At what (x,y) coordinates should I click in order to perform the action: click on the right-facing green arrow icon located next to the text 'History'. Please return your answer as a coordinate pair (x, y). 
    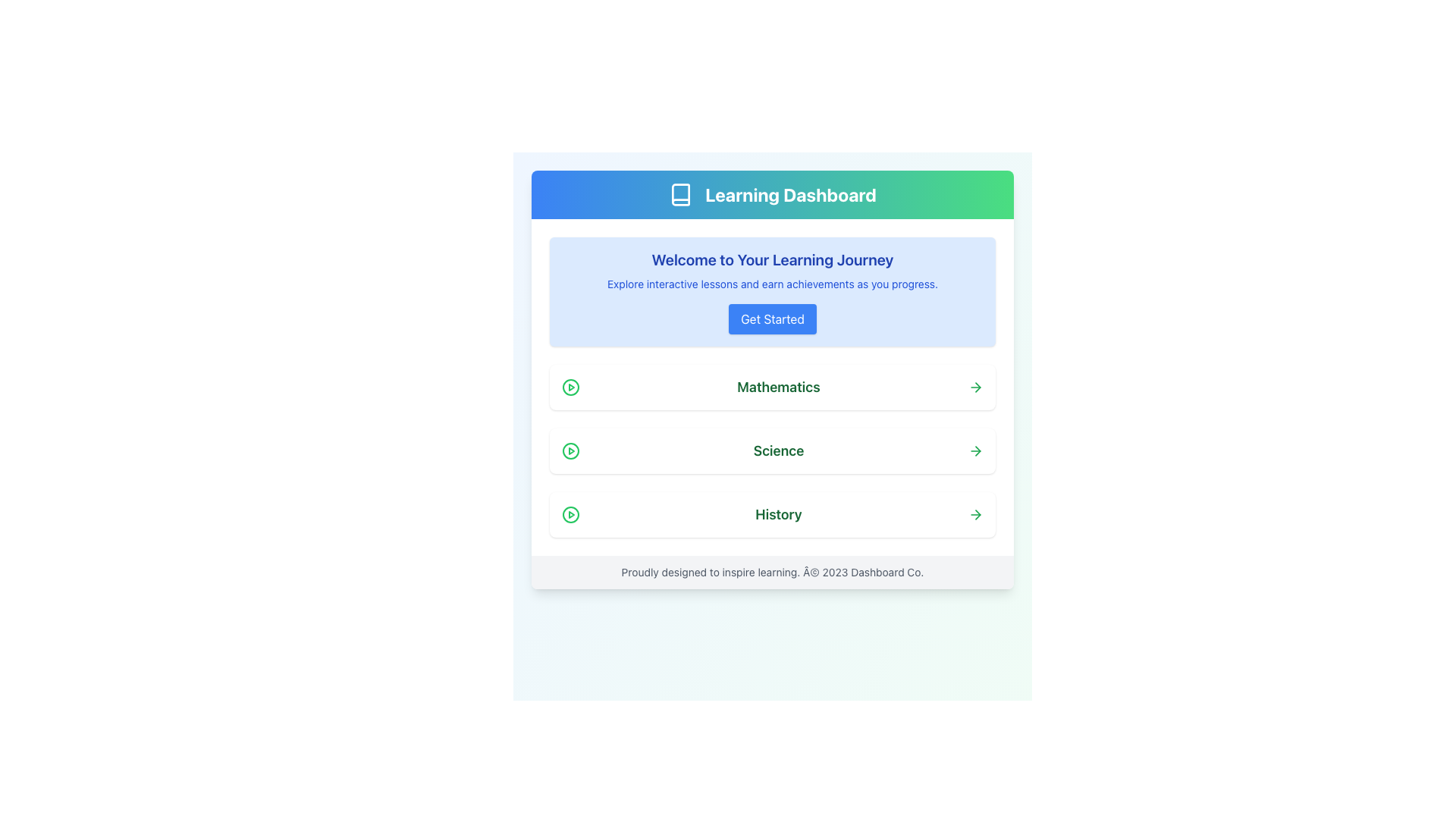
    Looking at the image, I should click on (975, 513).